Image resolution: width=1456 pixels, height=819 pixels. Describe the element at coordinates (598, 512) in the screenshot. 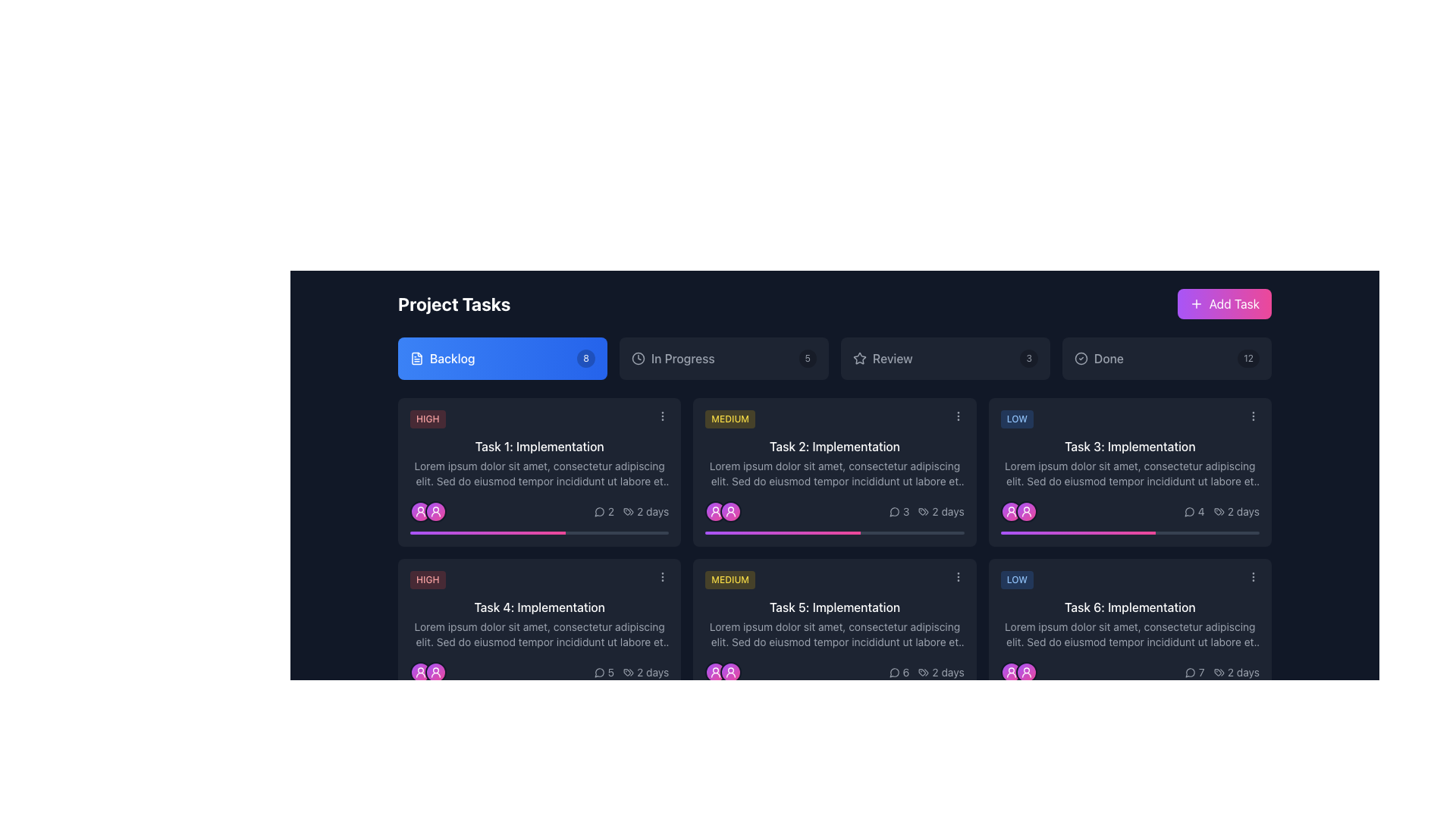

I see `the chat bubble icon located in the 'Backlog' tab, which visually represents messaging or commenting functionality` at that location.